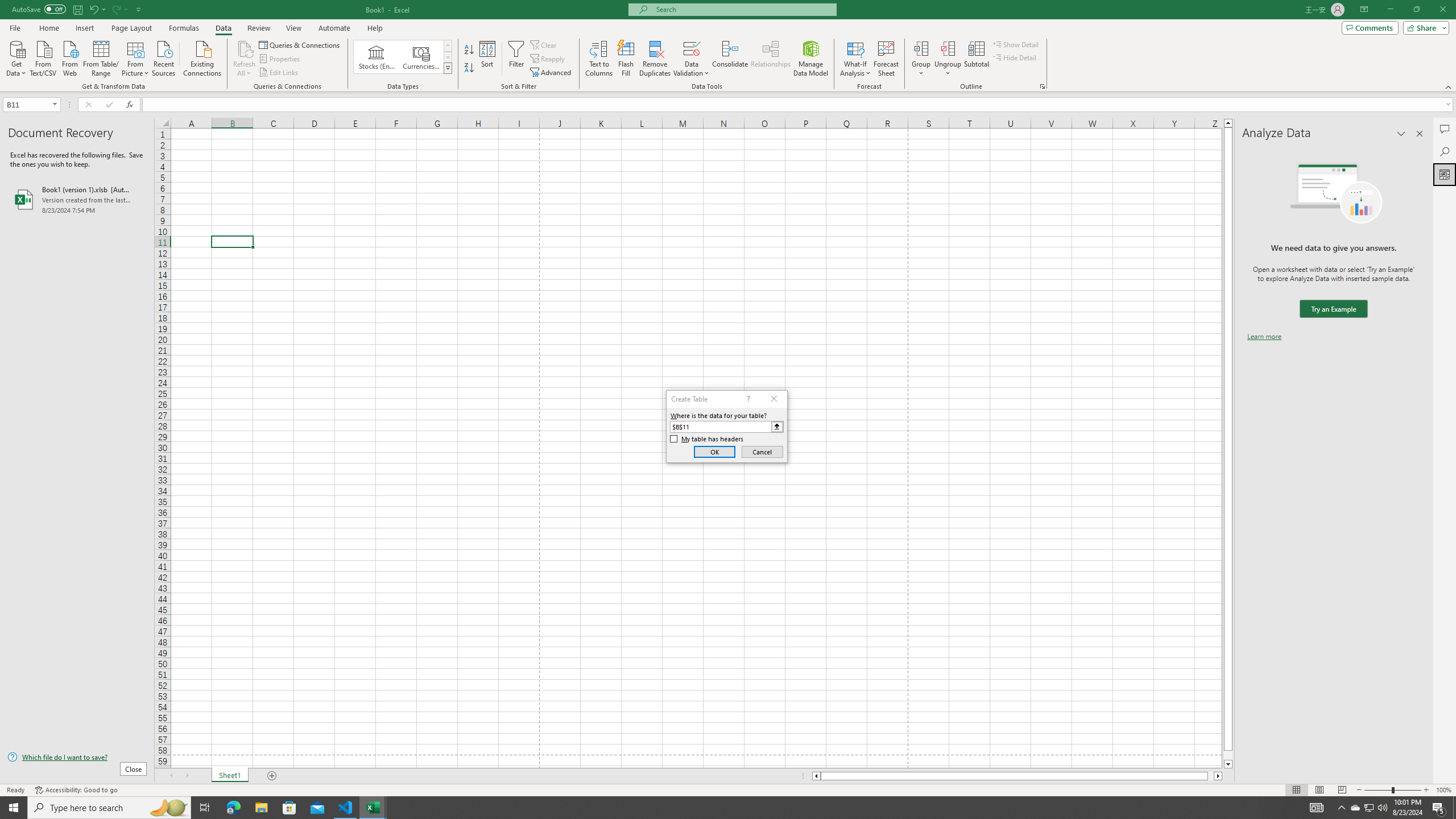 The image size is (1456, 819). I want to click on 'Stocks (English)', so click(375, 56).